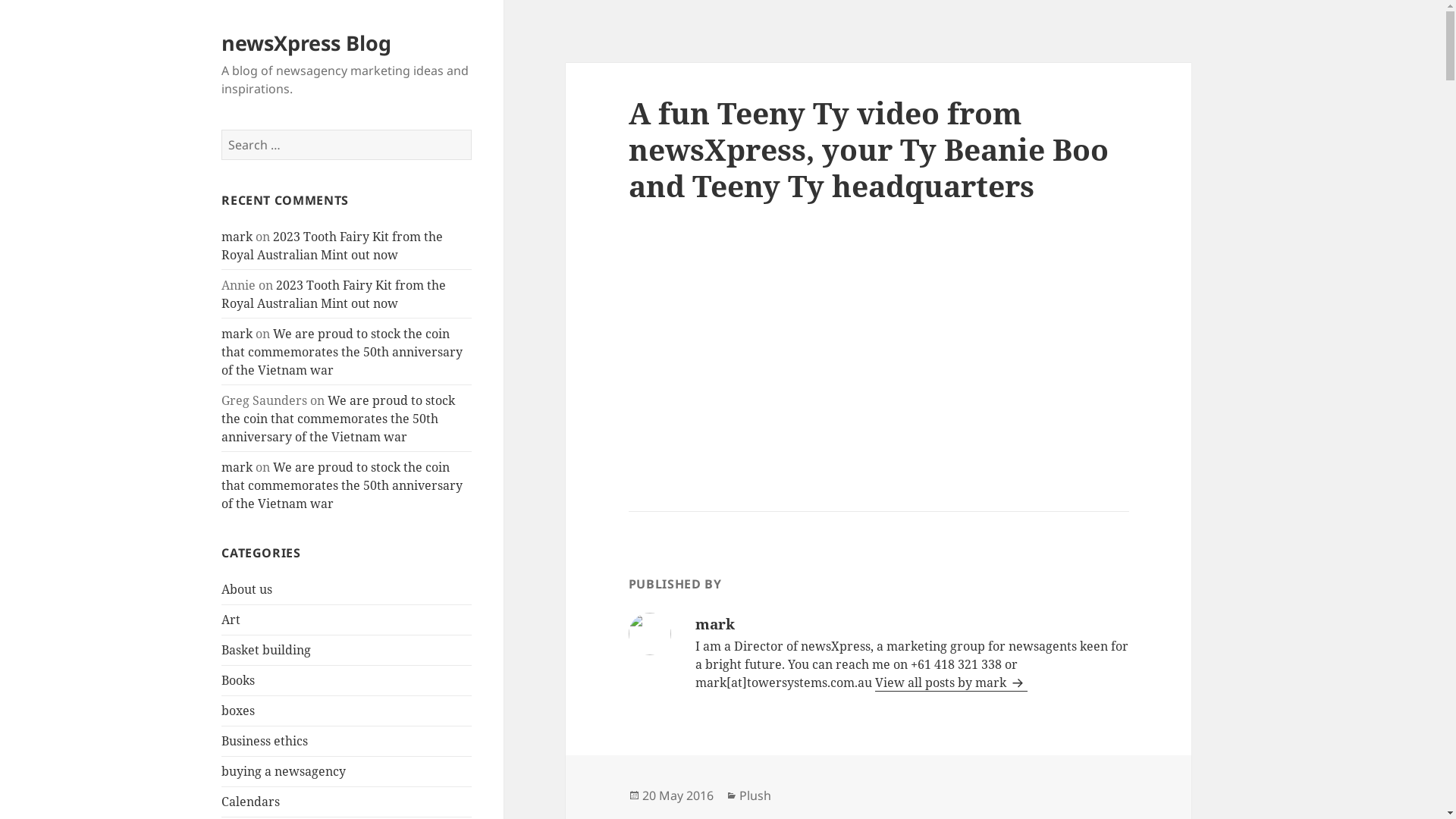 This screenshot has height=819, width=1456. What do you see at coordinates (230, 620) in the screenshot?
I see `'Art'` at bounding box center [230, 620].